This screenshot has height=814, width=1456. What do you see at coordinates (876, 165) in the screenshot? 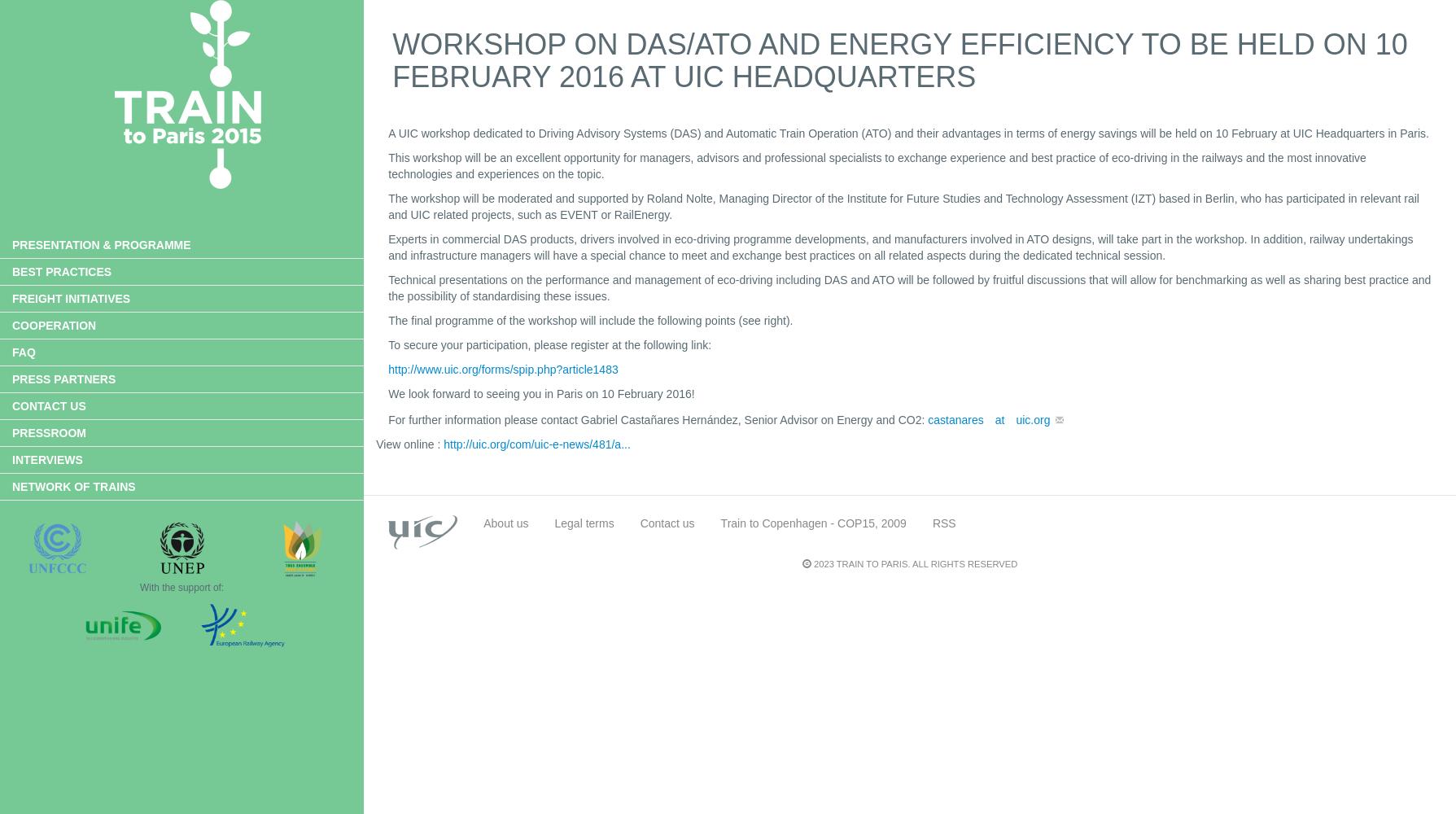
I see `'This workshop will be an excellent opportunity for managers, advisors and professional specialists to exchange experience and best practice of eco-driving in the railways and the most innovative technologies and experiences on the topic.'` at bounding box center [876, 165].